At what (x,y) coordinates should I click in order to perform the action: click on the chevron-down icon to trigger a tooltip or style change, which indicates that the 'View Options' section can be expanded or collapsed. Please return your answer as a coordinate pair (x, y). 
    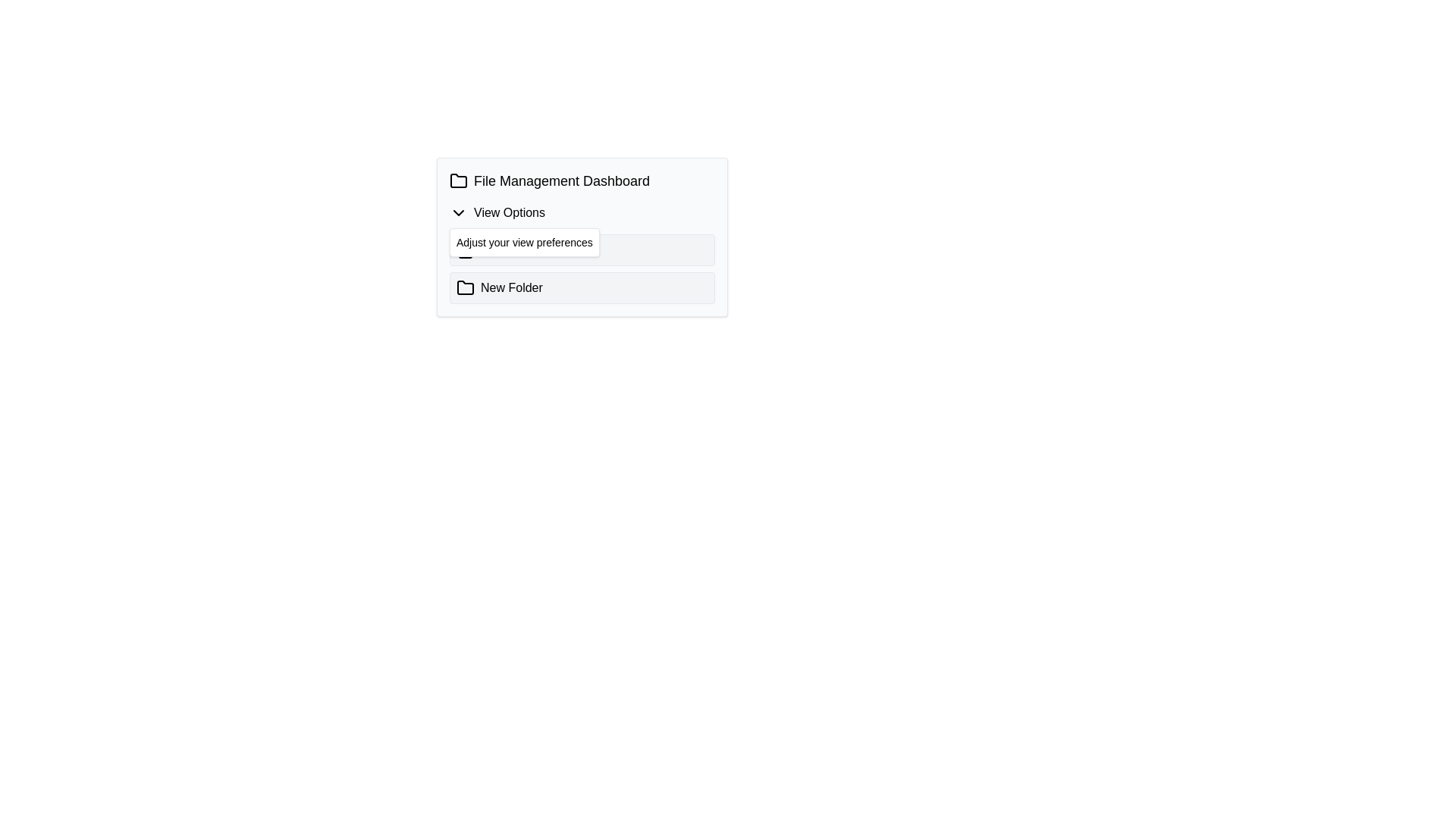
    Looking at the image, I should click on (457, 213).